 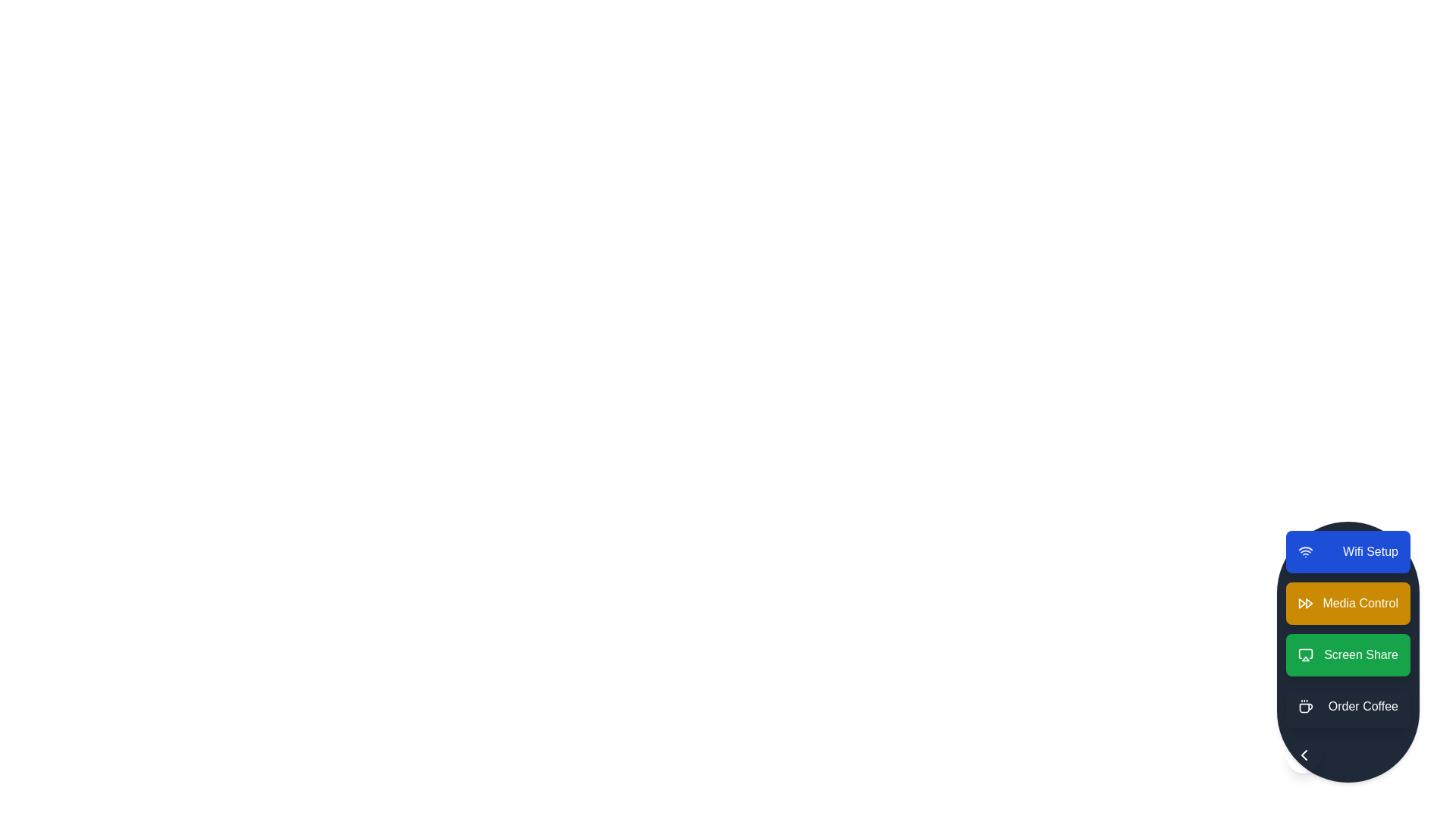 I want to click on the action item labeled Media Control to observe visual feedback, so click(x=1348, y=602).